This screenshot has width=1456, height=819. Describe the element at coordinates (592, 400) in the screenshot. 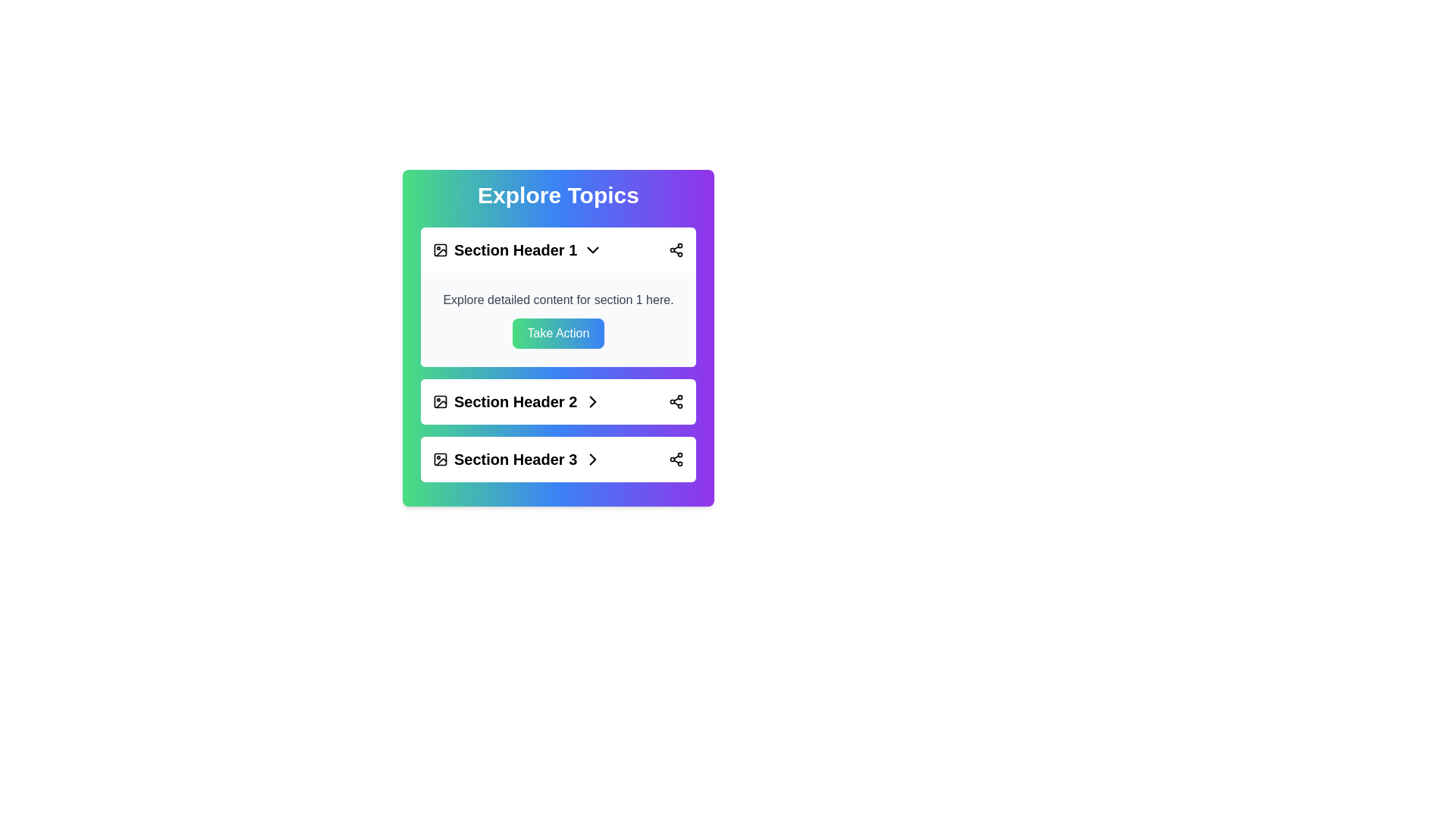

I see `the chevron-right icon next to 'Section Header 2'` at that location.